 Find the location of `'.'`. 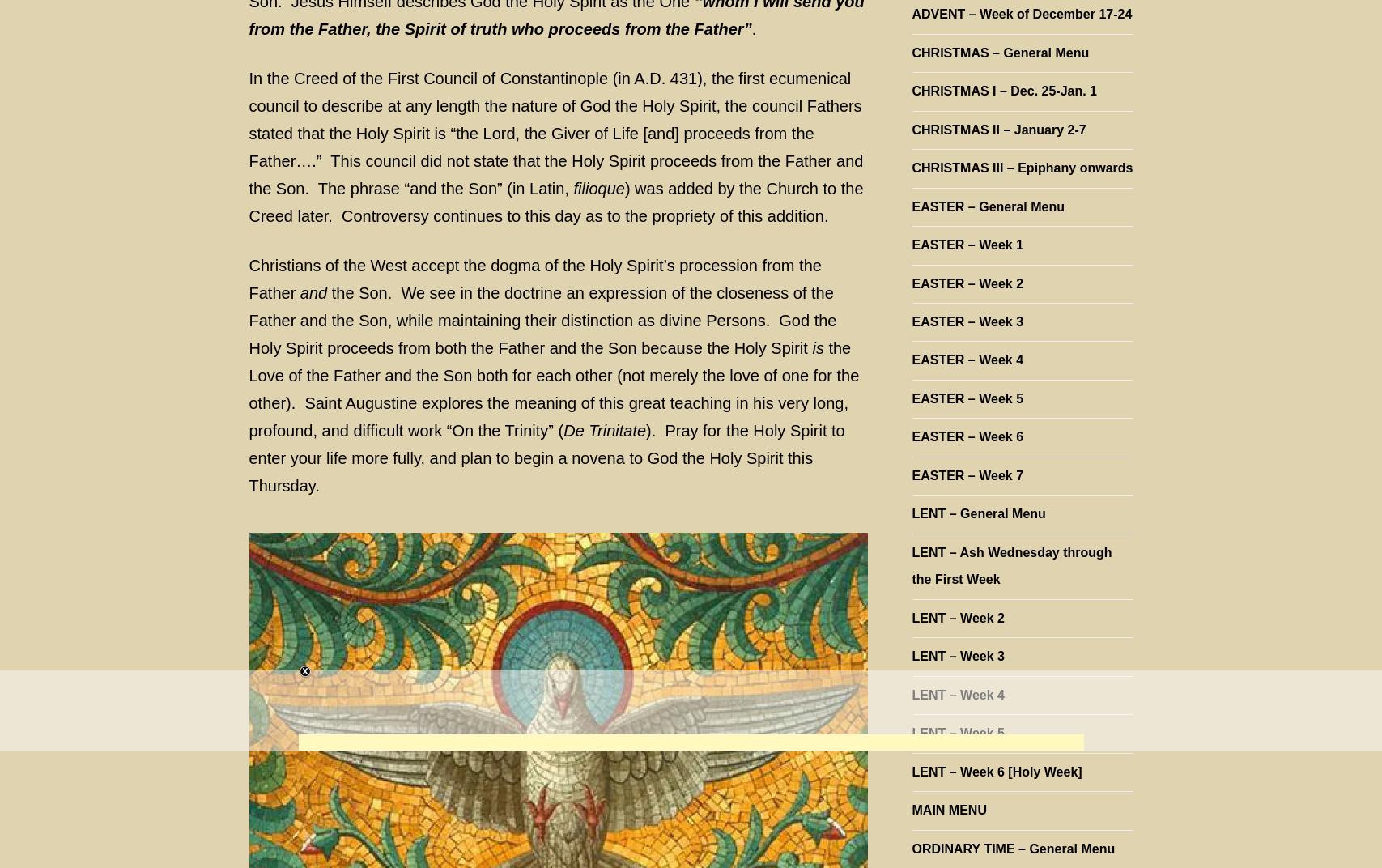

'.' is located at coordinates (752, 27).